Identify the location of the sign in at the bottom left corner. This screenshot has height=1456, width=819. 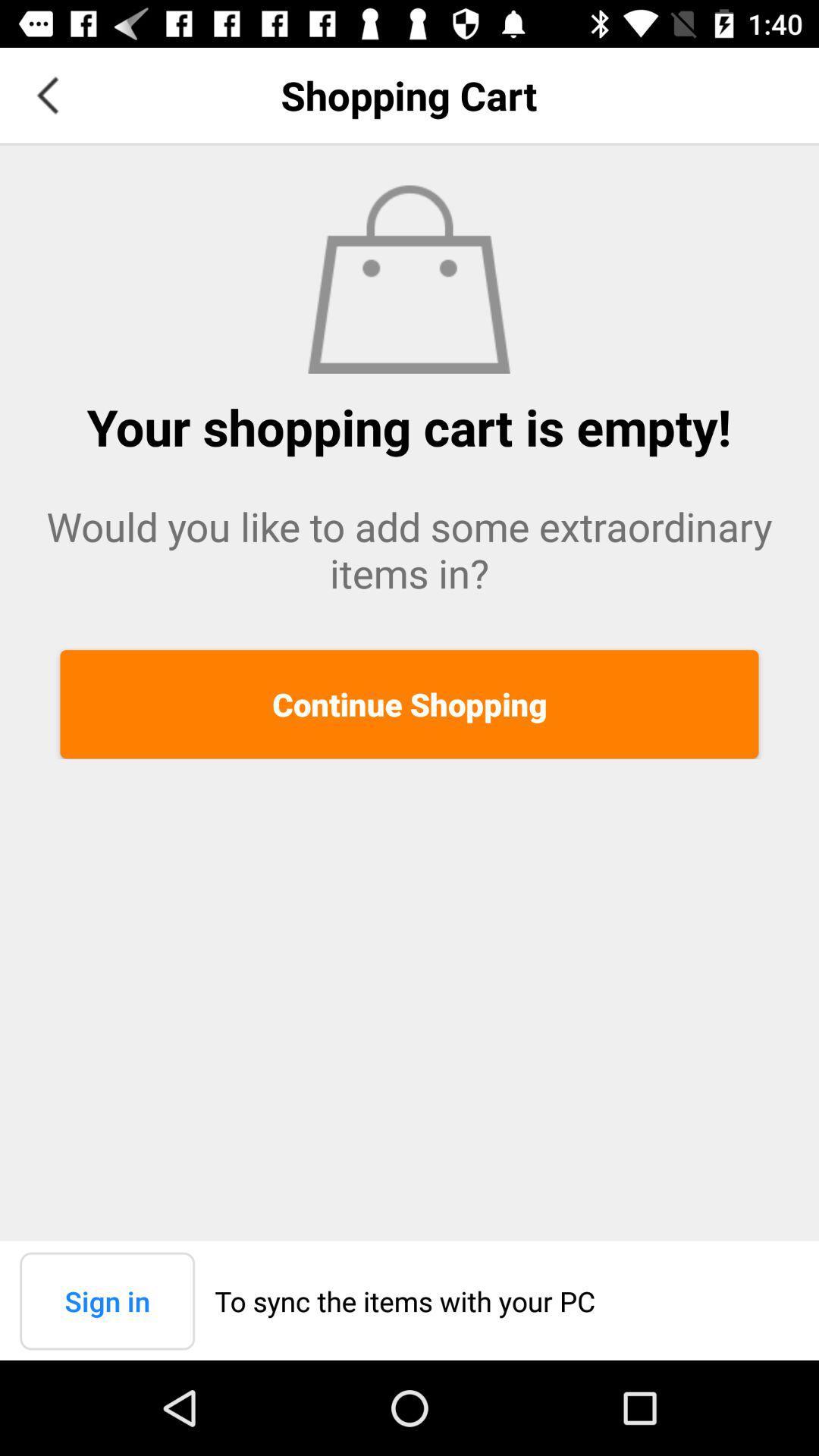
(106, 1300).